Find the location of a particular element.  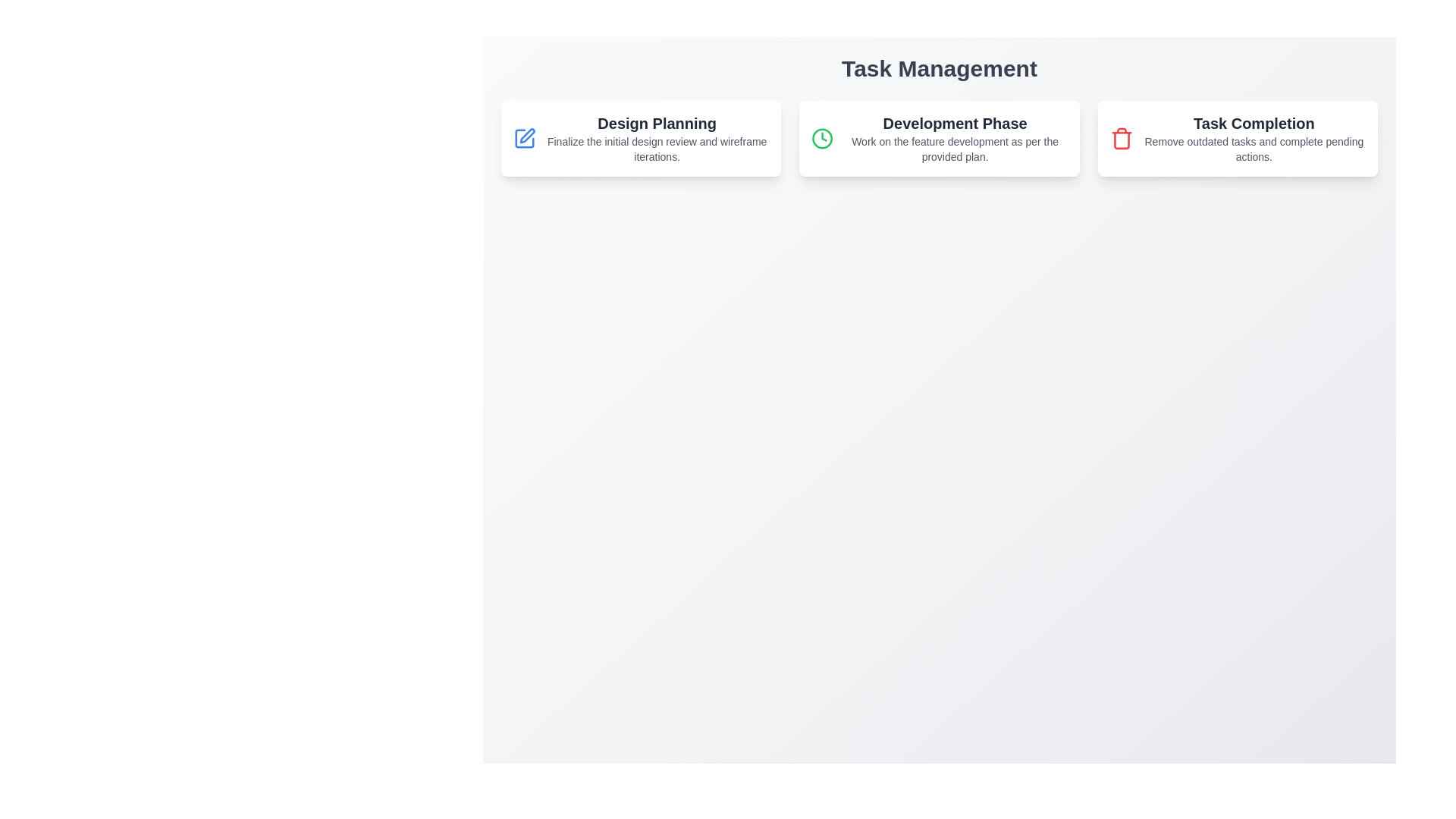

the 'Development Phase' heading which is displayed in a bold and large font style with a dark gray color, positioned centrally within its card above the descriptive text is located at coordinates (954, 122).